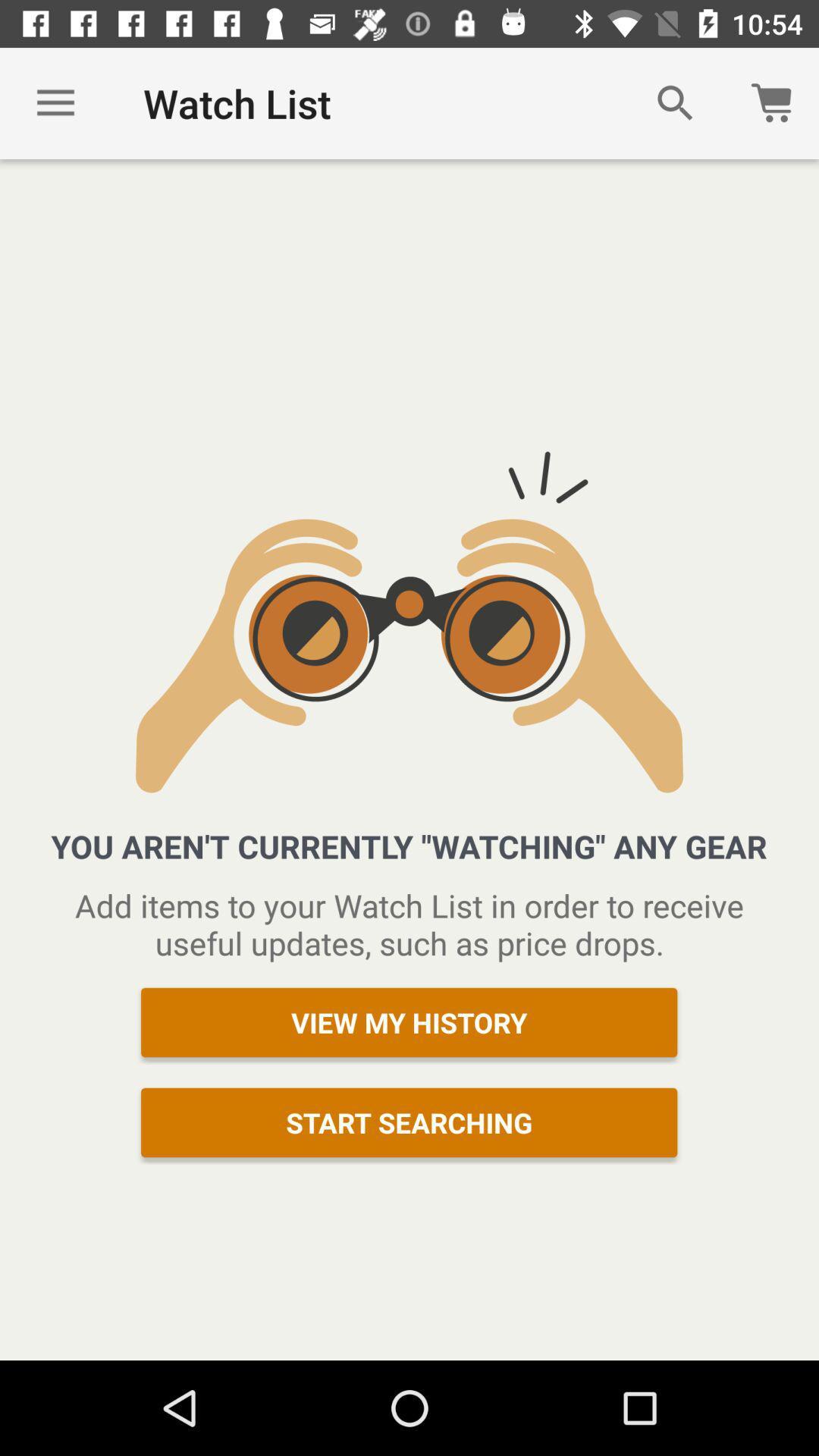  I want to click on icon next to watch list, so click(675, 102).